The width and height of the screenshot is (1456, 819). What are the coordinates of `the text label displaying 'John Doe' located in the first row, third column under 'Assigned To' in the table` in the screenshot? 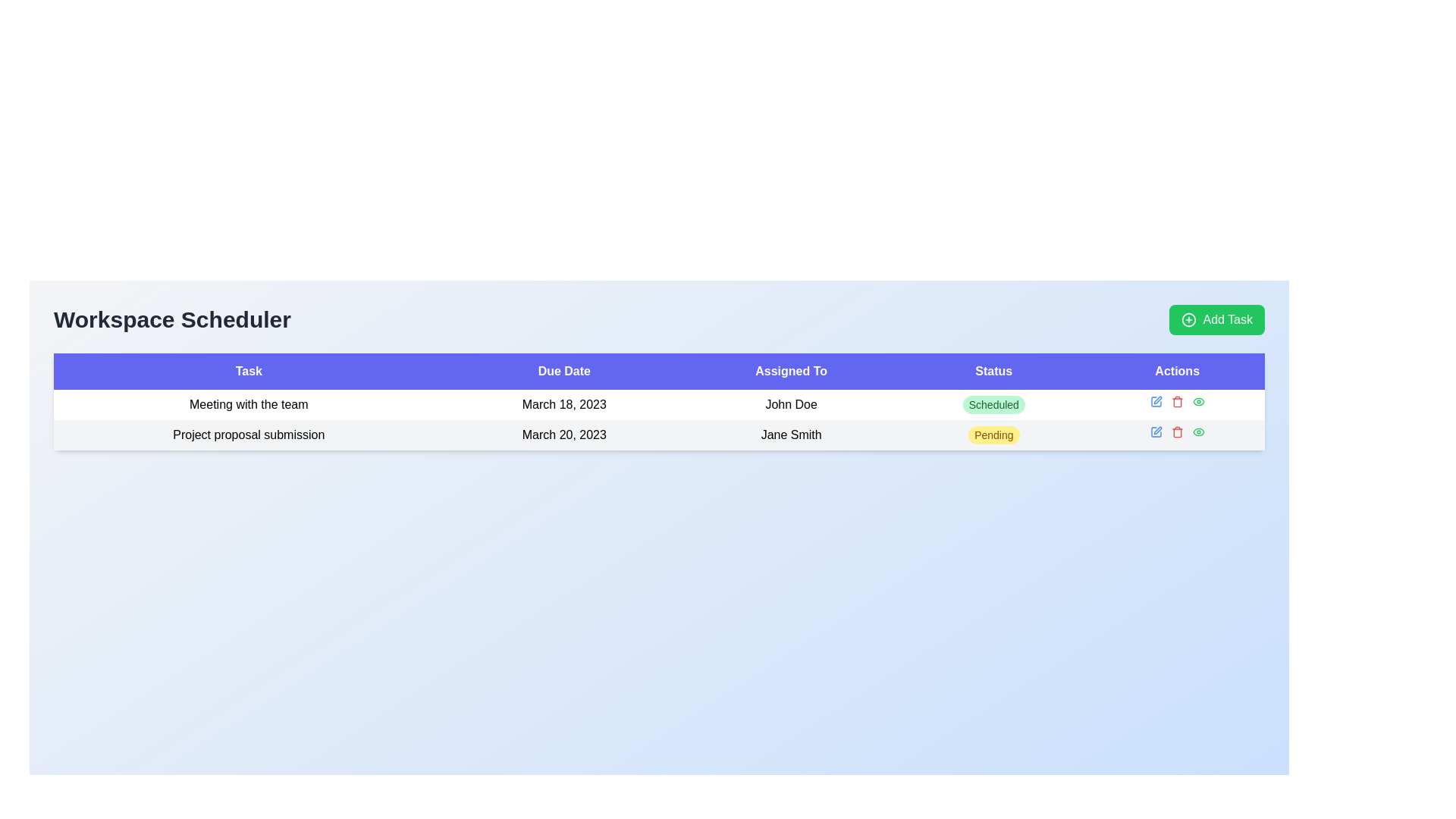 It's located at (790, 403).